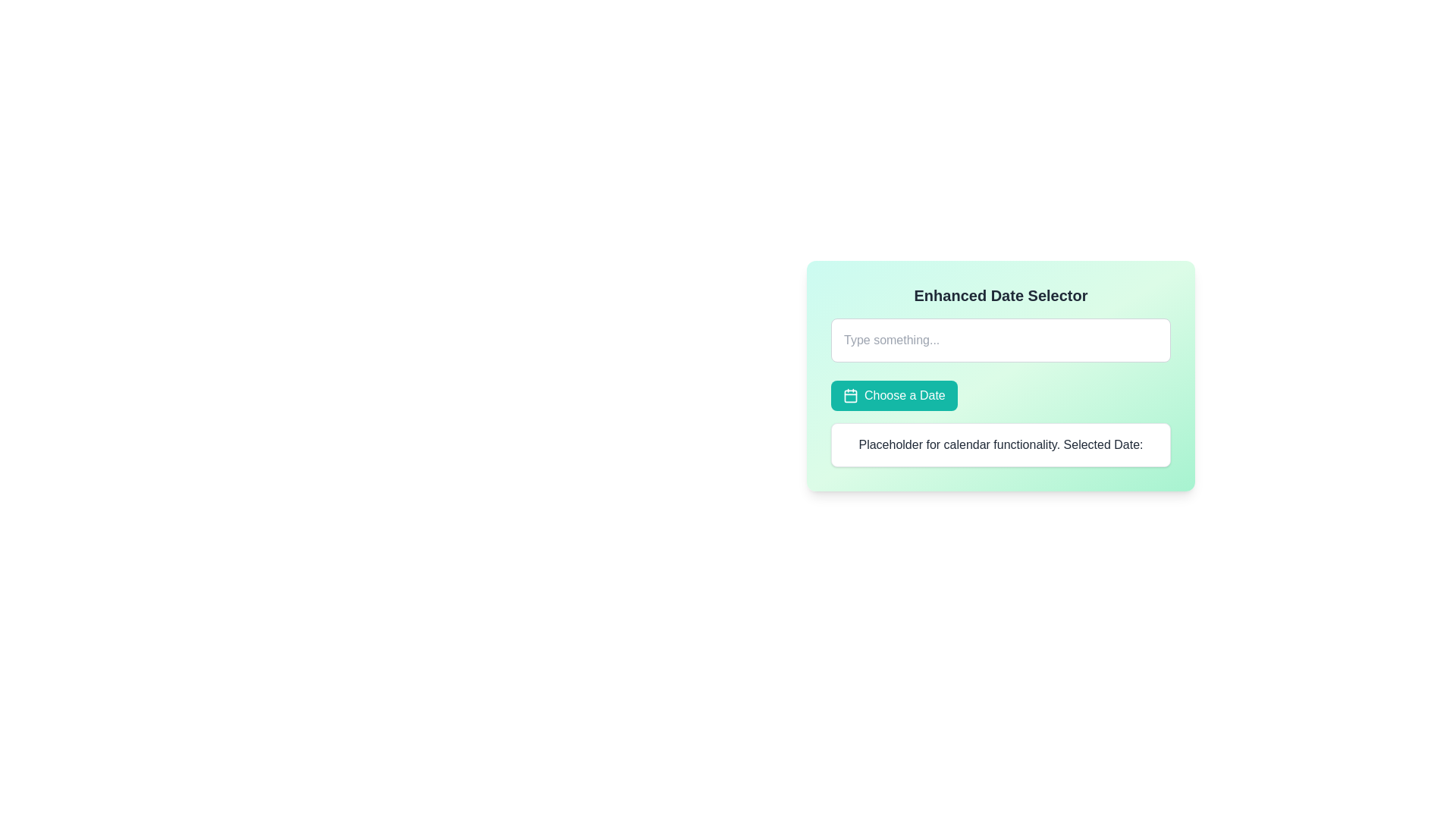 The width and height of the screenshot is (1456, 819). What do you see at coordinates (894, 394) in the screenshot?
I see `the 'Choose a Date' button with a teal background and white text to interact` at bounding box center [894, 394].